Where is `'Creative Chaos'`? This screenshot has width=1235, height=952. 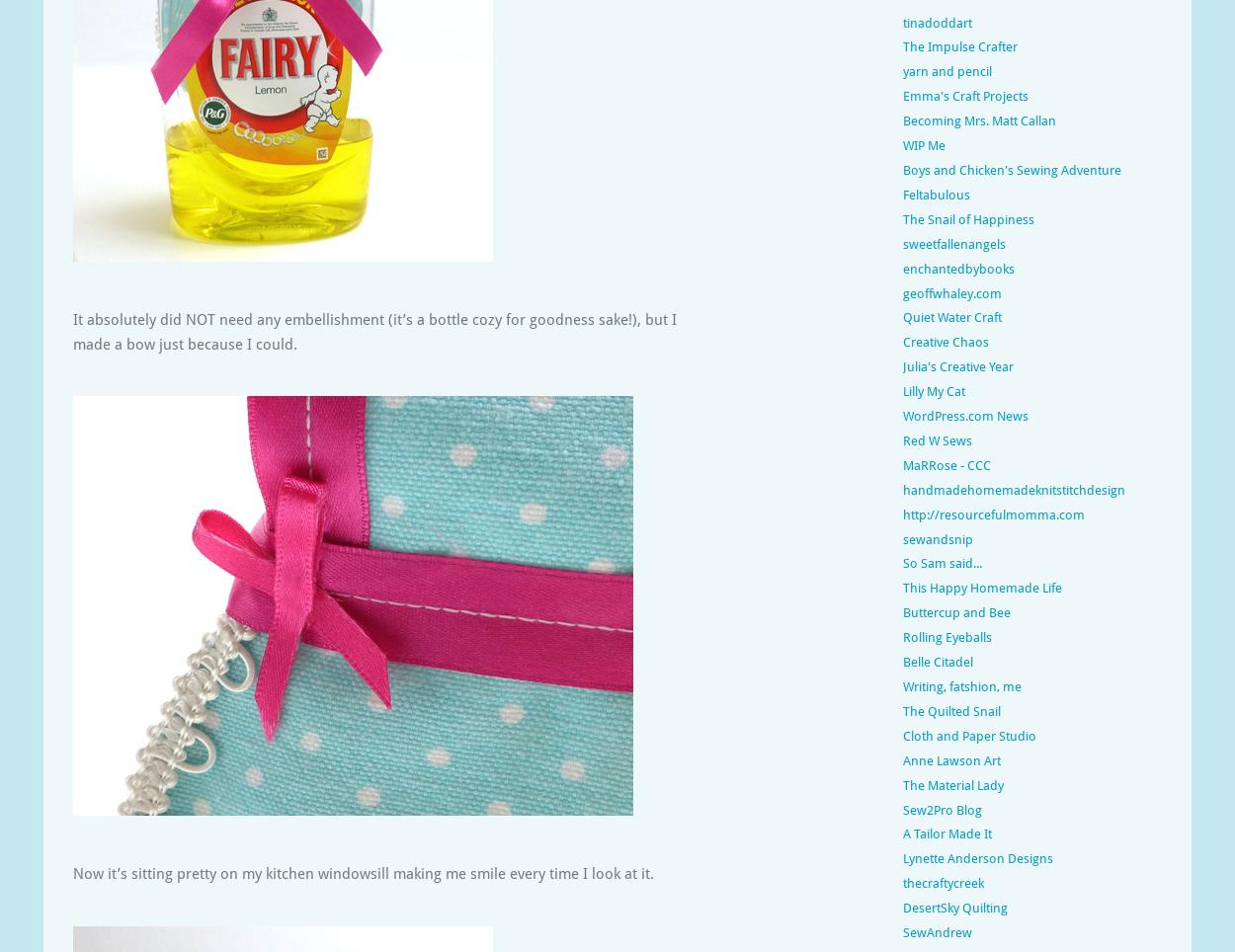 'Creative Chaos' is located at coordinates (945, 341).